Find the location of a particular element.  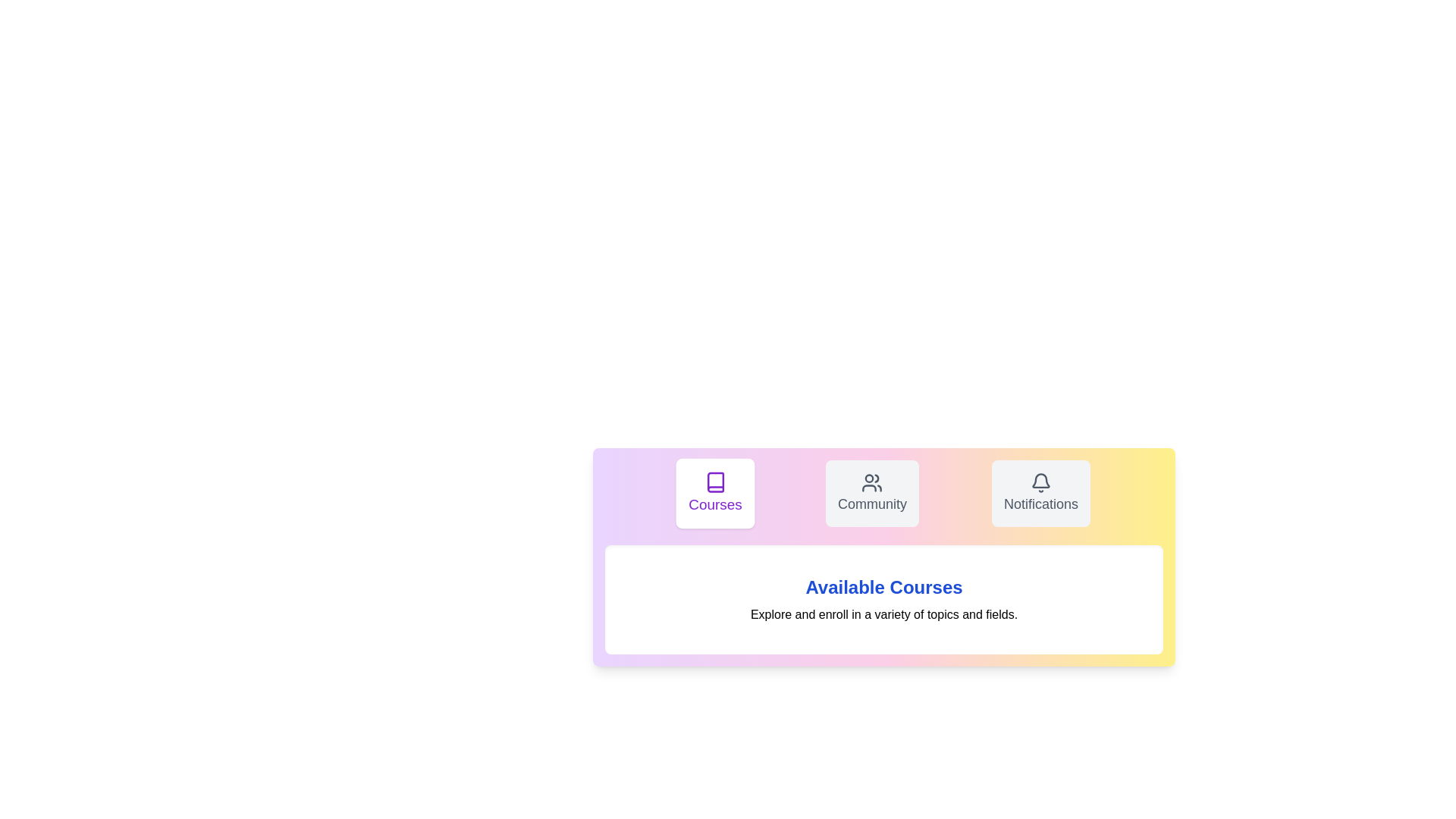

the Community tab is located at coordinates (872, 494).